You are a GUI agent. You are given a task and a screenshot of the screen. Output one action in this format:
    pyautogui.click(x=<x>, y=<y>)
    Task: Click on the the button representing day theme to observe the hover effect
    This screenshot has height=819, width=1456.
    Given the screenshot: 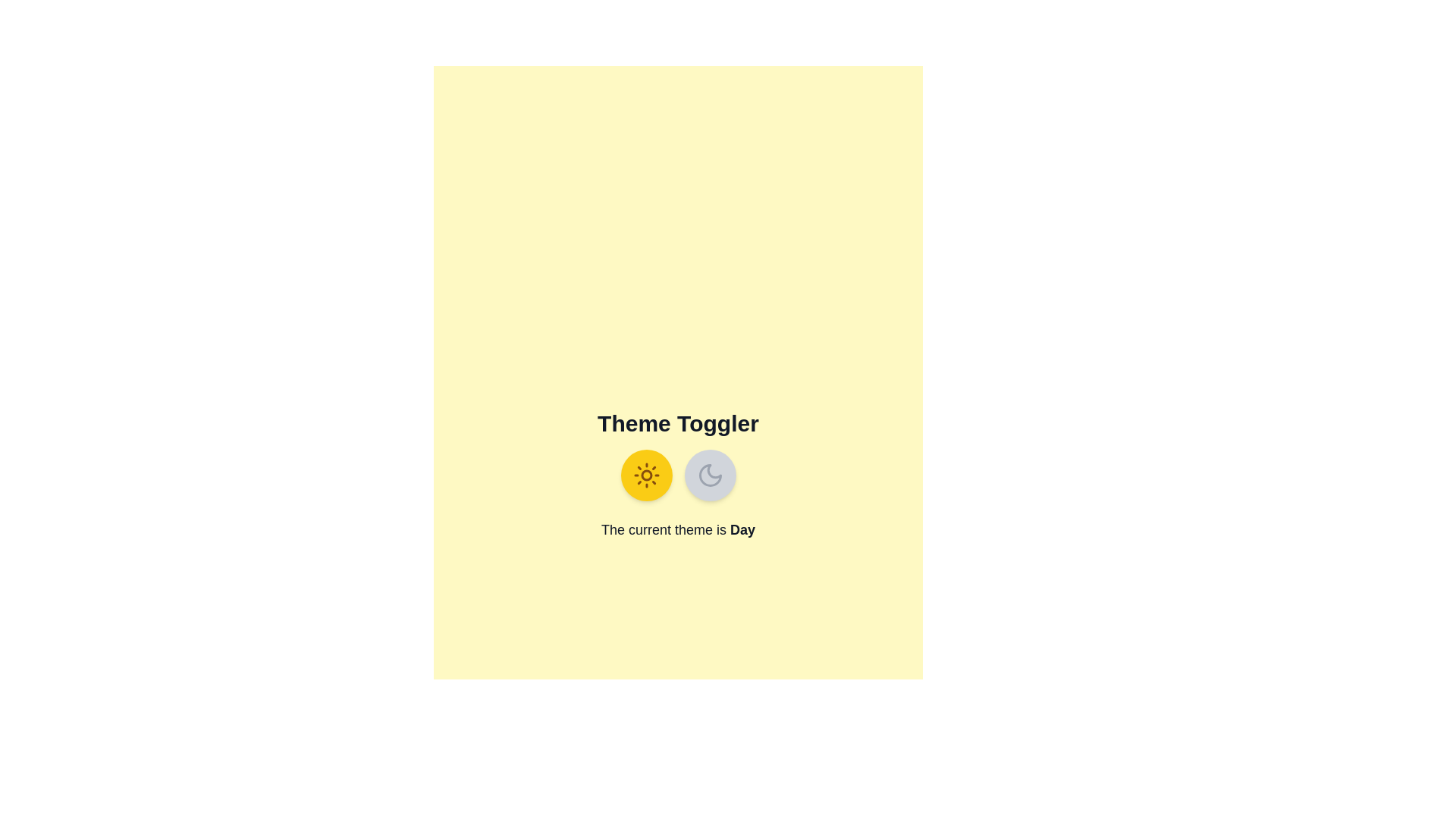 What is the action you would take?
    pyautogui.click(x=646, y=475)
    